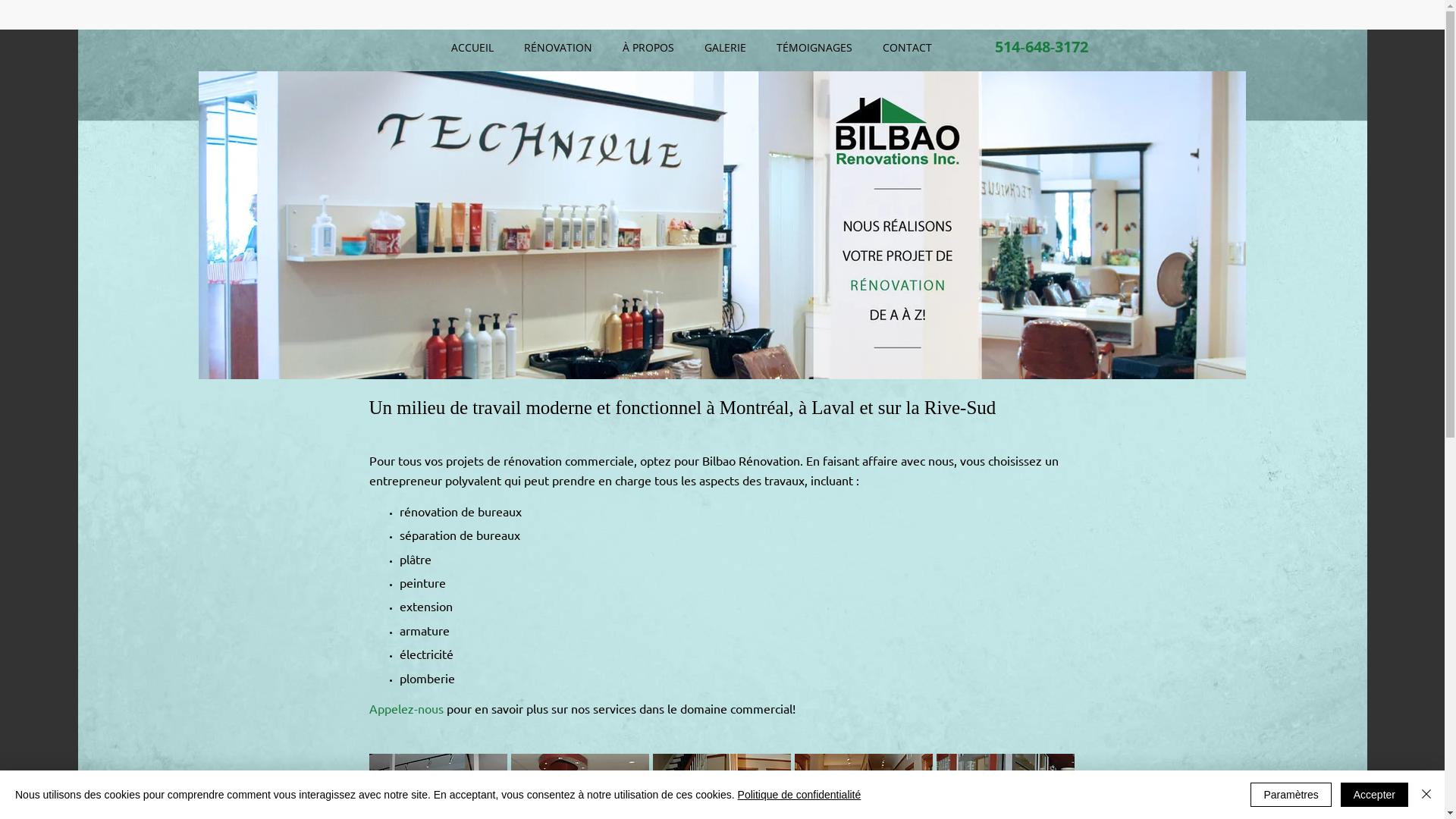 This screenshot has width=1456, height=819. Describe the element at coordinates (405, 708) in the screenshot. I see `'Appelez-nous'` at that location.